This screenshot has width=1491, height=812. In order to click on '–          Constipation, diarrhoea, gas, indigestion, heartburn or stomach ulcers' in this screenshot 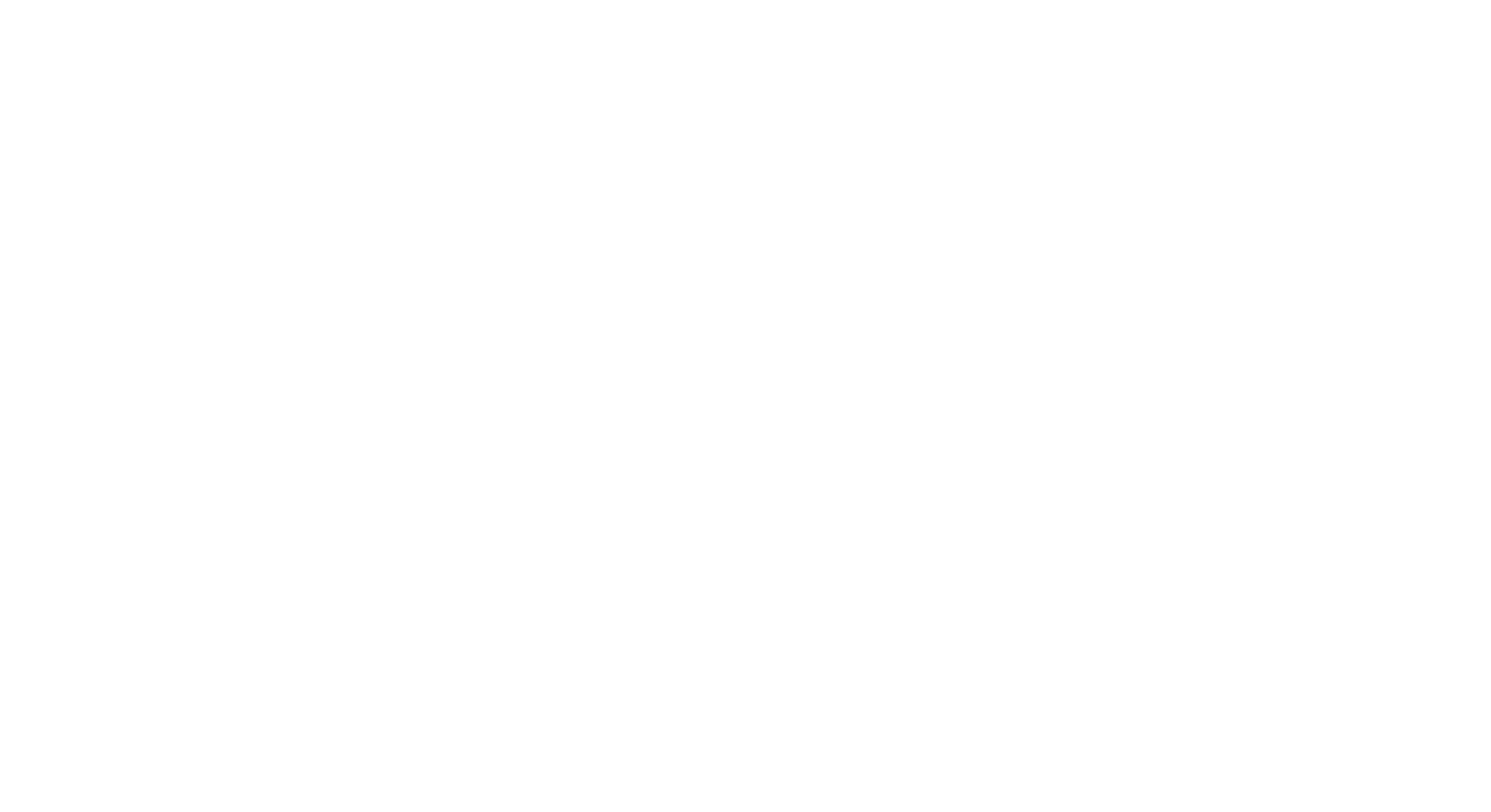, I will do `click(305, 140)`.